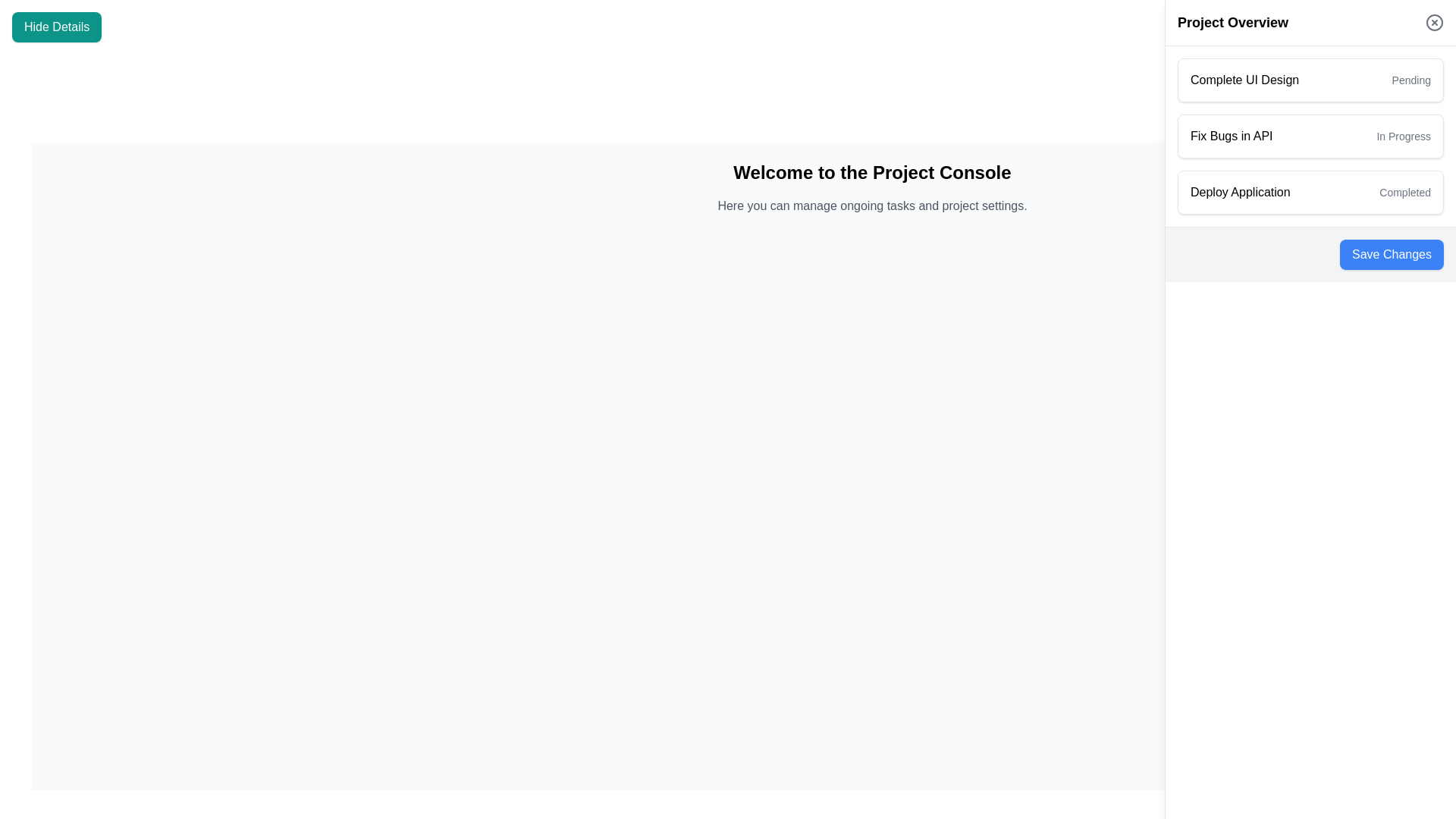  What do you see at coordinates (1403, 136) in the screenshot?
I see `the status indicator label showing 'In Progress' for the task 'Fix Bugs in API' in the 'Project Overview' section` at bounding box center [1403, 136].